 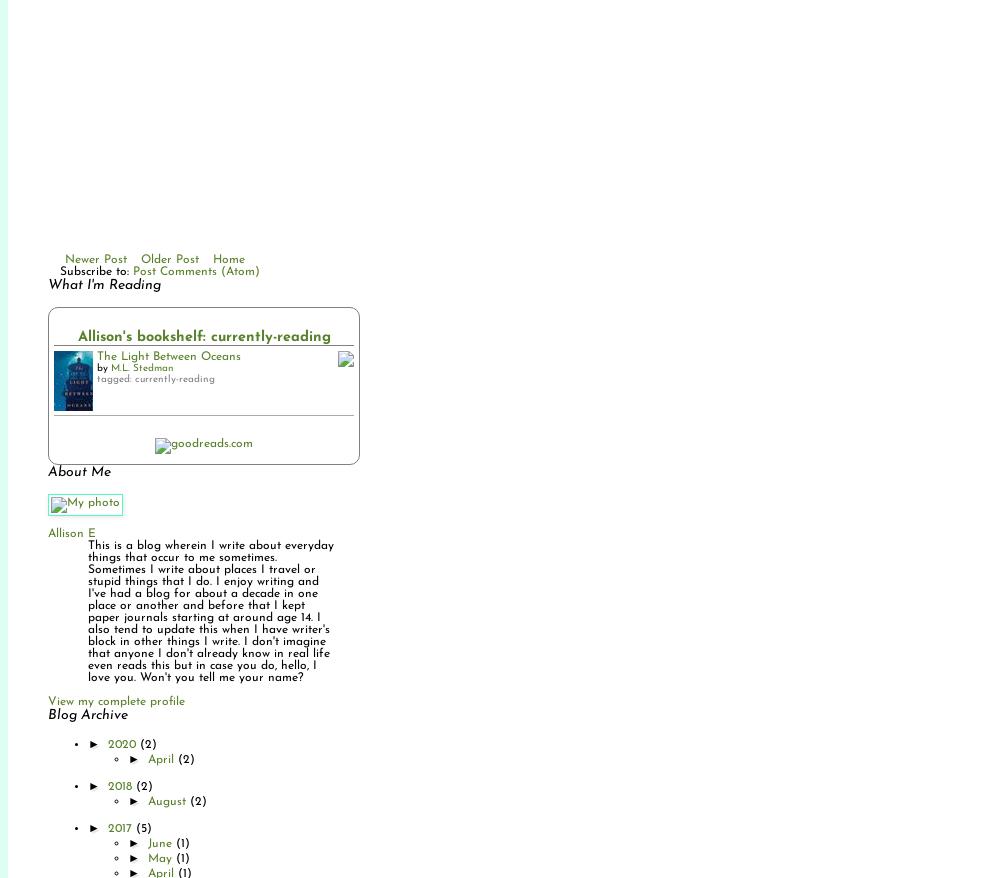 What do you see at coordinates (155, 378) in the screenshot?
I see `'tagged:
            currently-reading'` at bounding box center [155, 378].